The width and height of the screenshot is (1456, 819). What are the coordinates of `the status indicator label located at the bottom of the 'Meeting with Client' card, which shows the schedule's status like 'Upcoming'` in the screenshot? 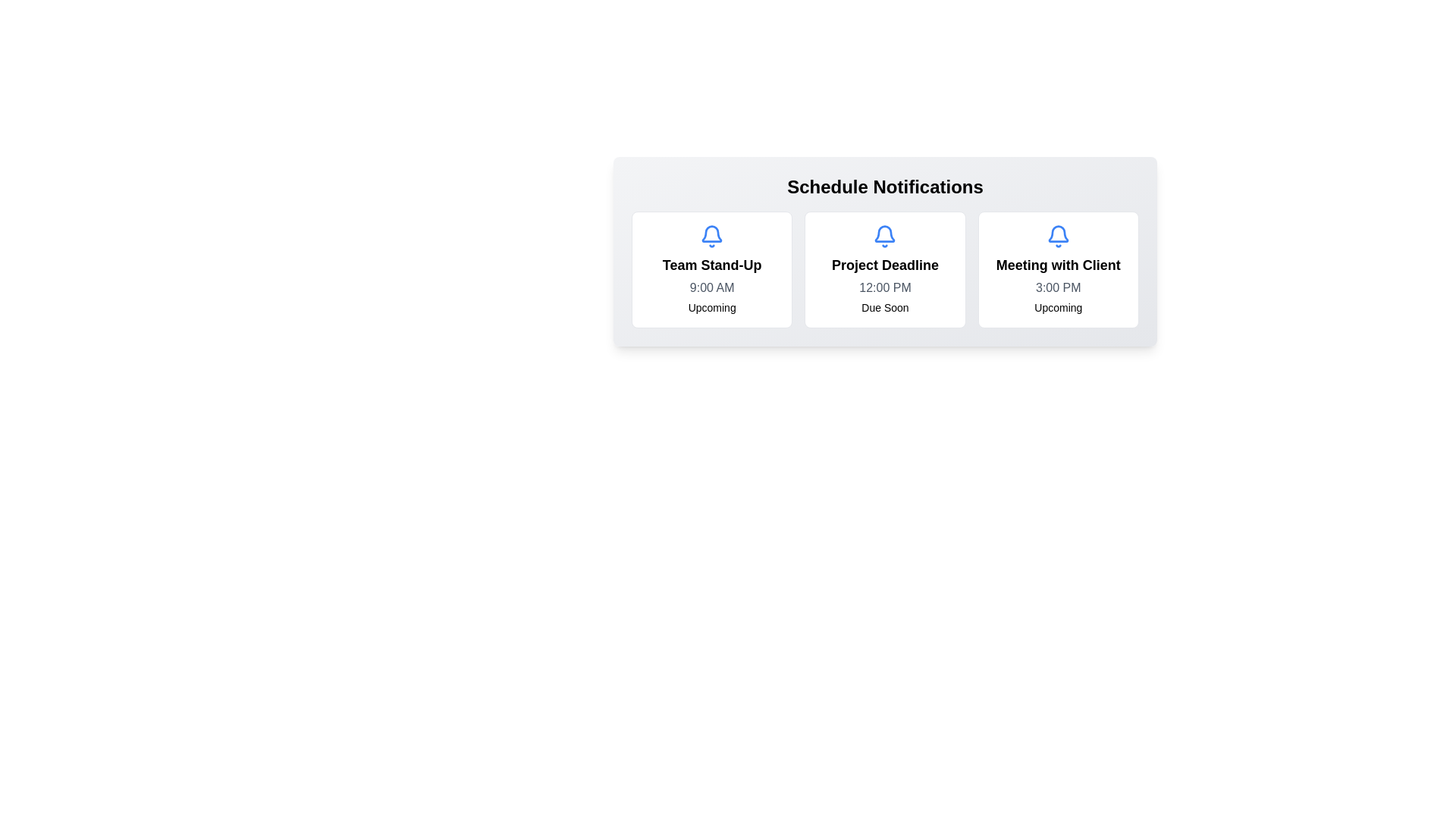 It's located at (1057, 307).